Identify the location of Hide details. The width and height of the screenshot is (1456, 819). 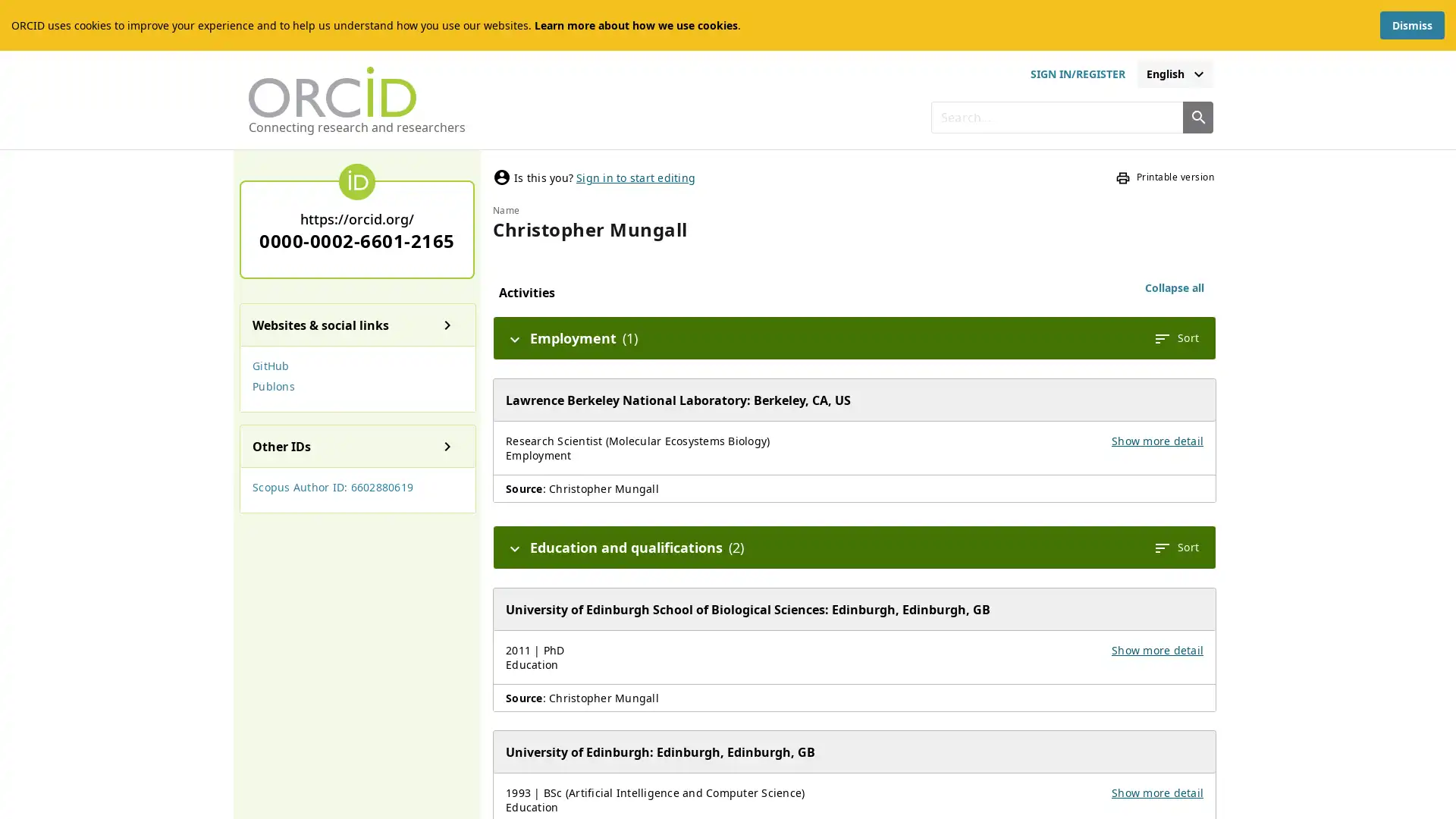
(514, 337).